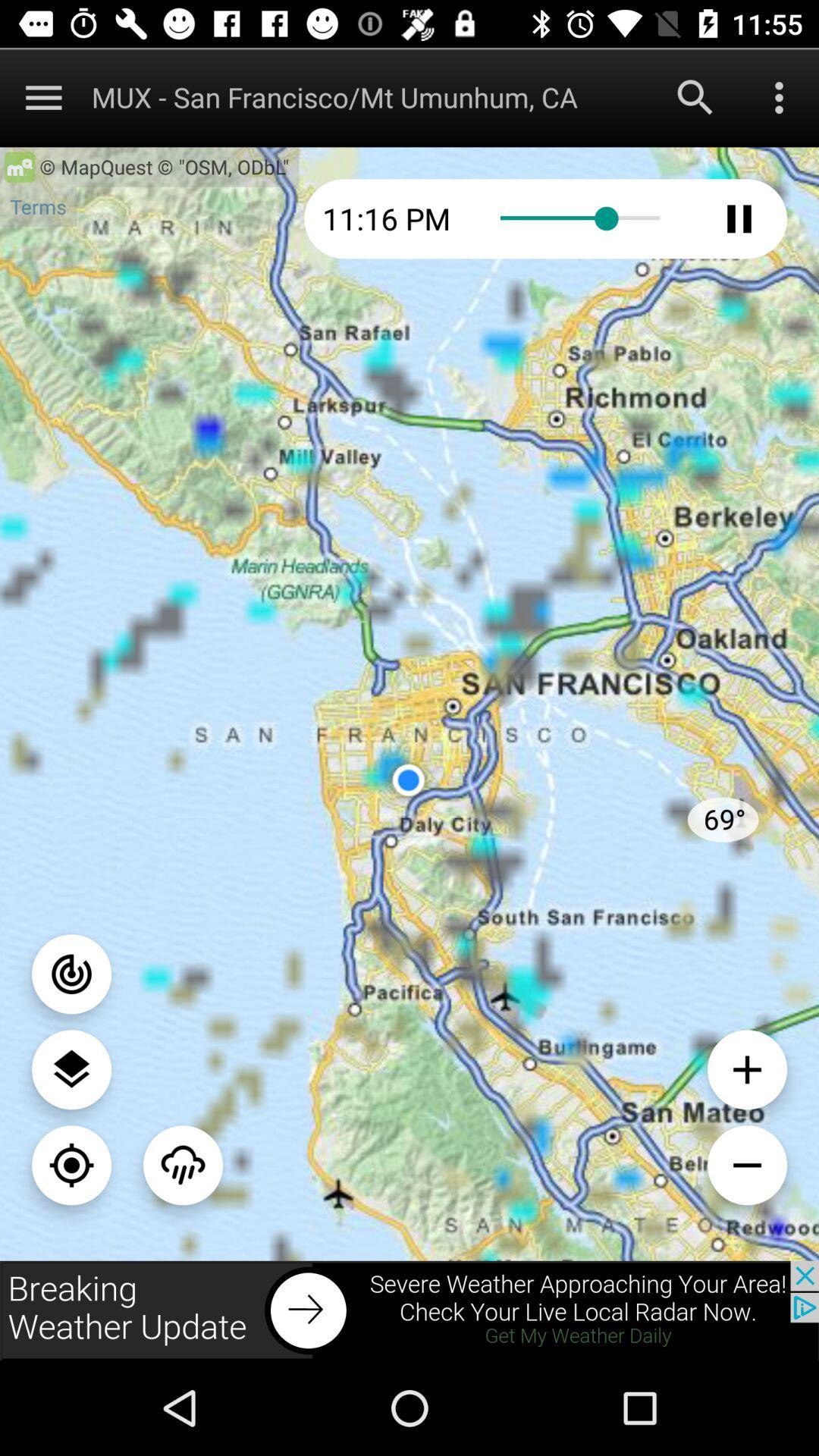 Image resolution: width=819 pixels, height=1456 pixels. What do you see at coordinates (71, 1164) in the screenshot?
I see `the location_crosshair icon` at bounding box center [71, 1164].